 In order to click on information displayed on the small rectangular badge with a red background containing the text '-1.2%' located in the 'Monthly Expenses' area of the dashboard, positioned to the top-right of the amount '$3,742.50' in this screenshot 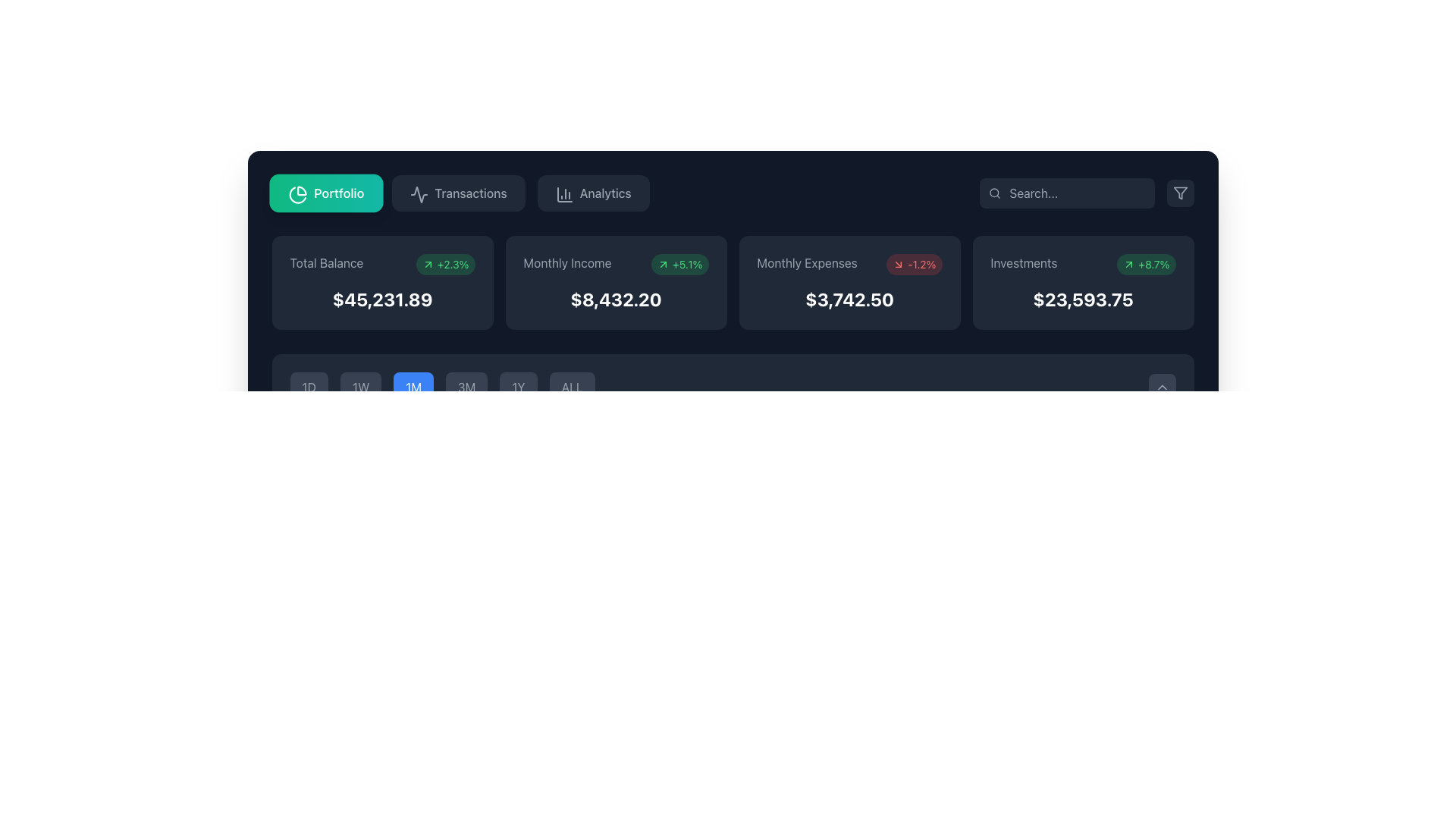, I will do `click(913, 263)`.